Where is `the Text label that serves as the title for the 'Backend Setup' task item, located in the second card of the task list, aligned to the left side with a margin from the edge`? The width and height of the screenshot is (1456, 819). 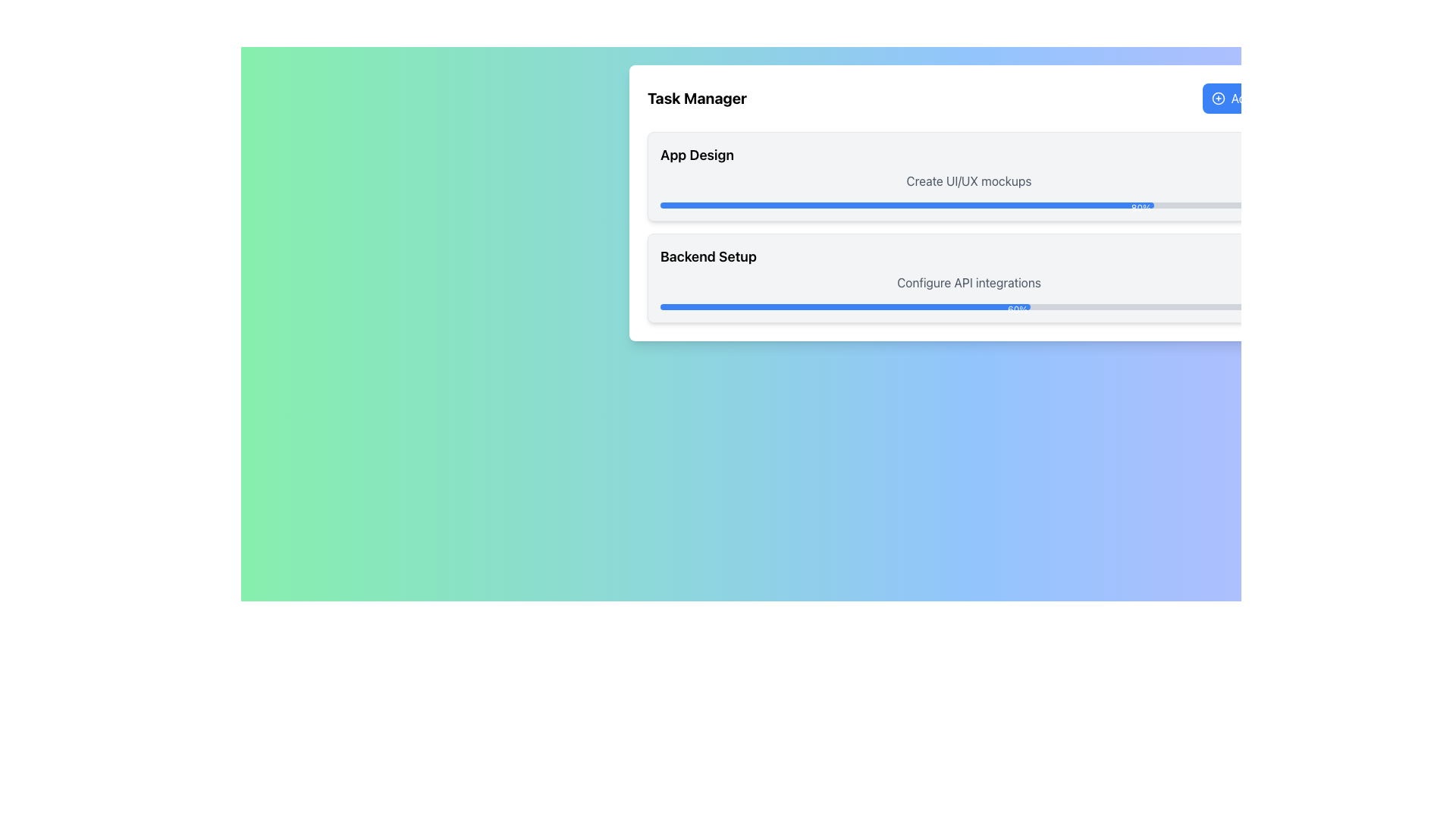 the Text label that serves as the title for the 'Backend Setup' task item, located in the second card of the task list, aligned to the left side with a margin from the edge is located at coordinates (708, 256).